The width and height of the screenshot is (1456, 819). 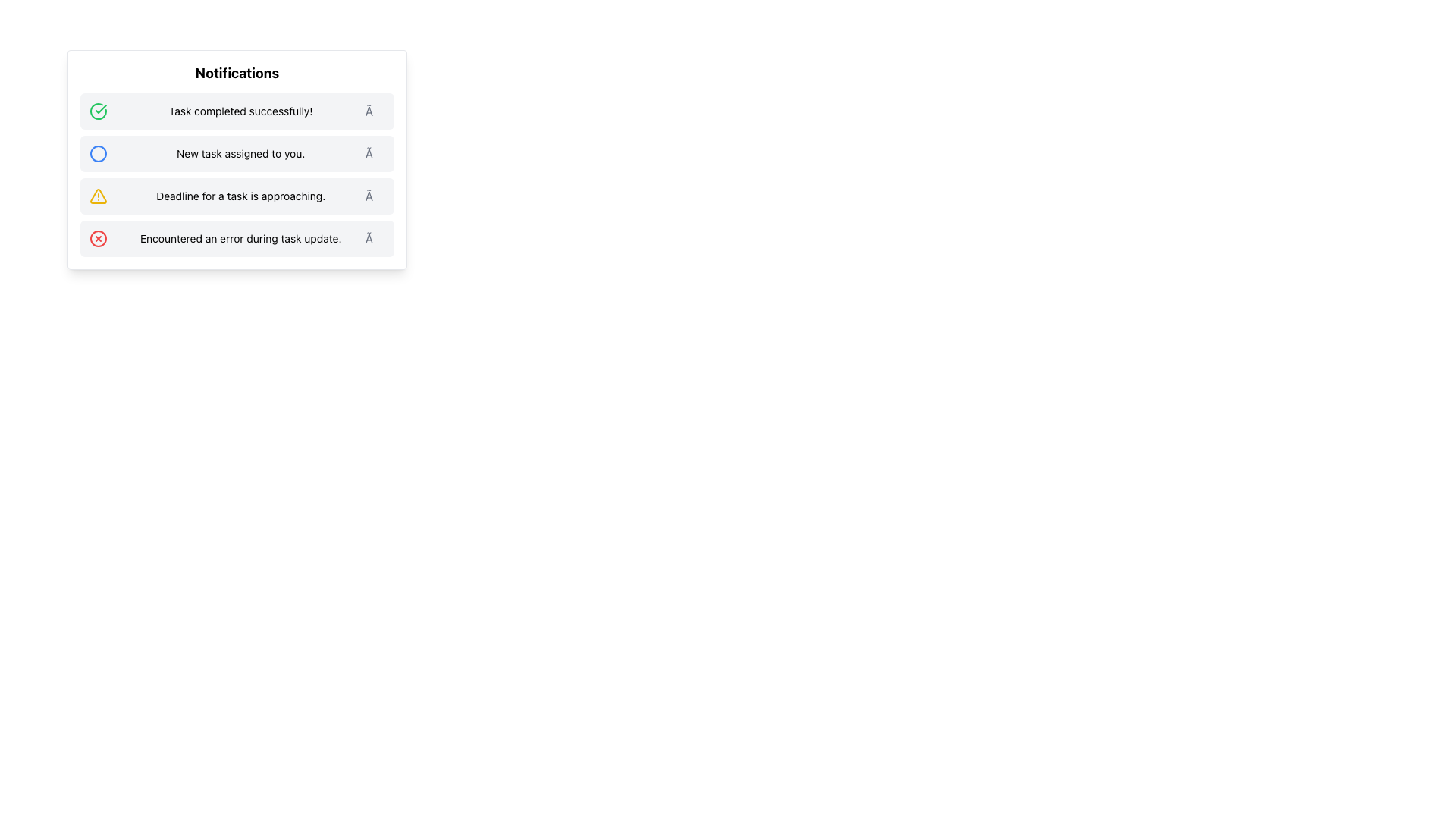 I want to click on the static text element displaying 'Deadline for a task is approaching' in the third notification row of the notification group, so click(x=240, y=195).